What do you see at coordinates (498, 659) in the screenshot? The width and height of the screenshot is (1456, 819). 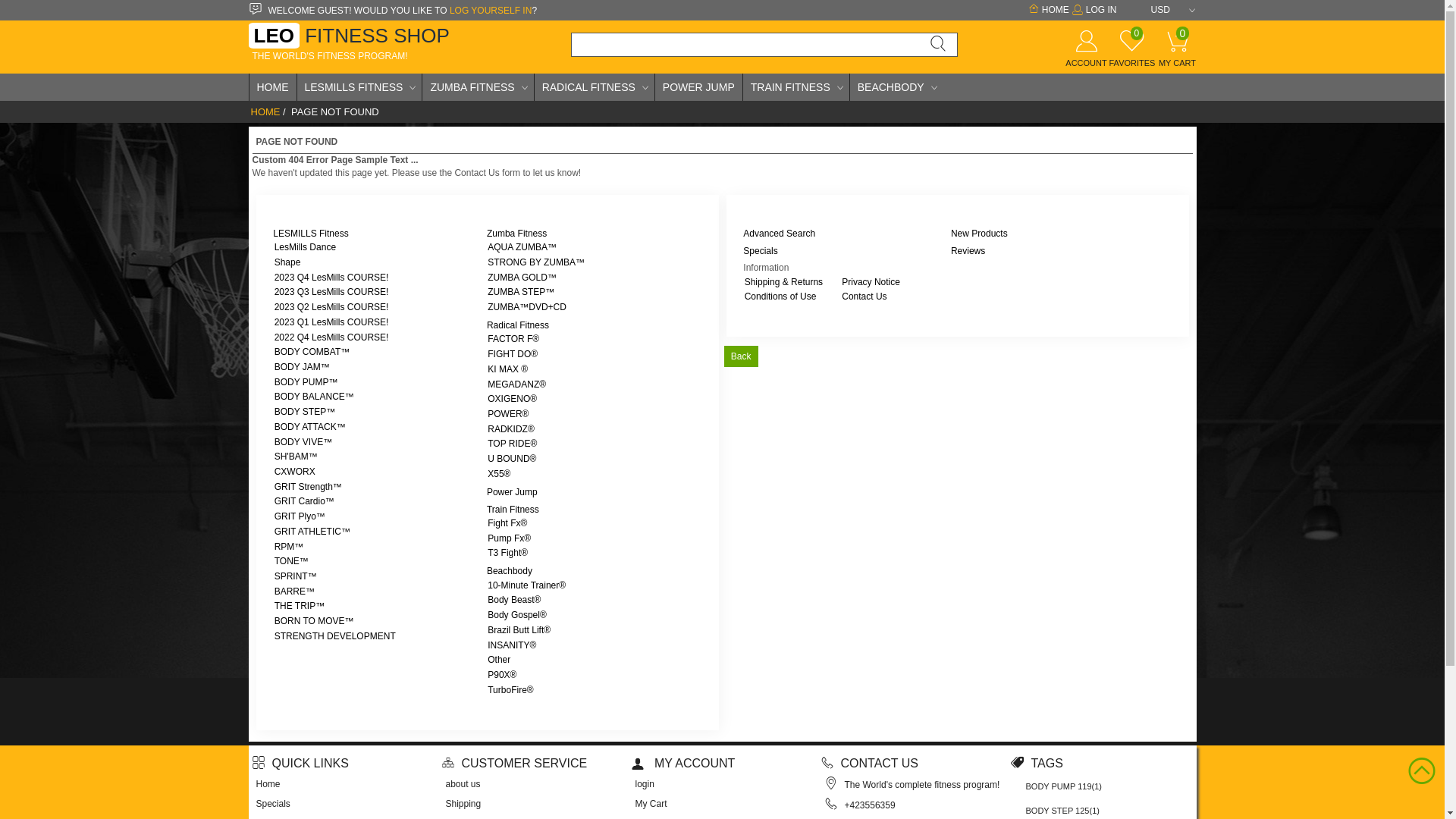 I see `'Other'` at bounding box center [498, 659].